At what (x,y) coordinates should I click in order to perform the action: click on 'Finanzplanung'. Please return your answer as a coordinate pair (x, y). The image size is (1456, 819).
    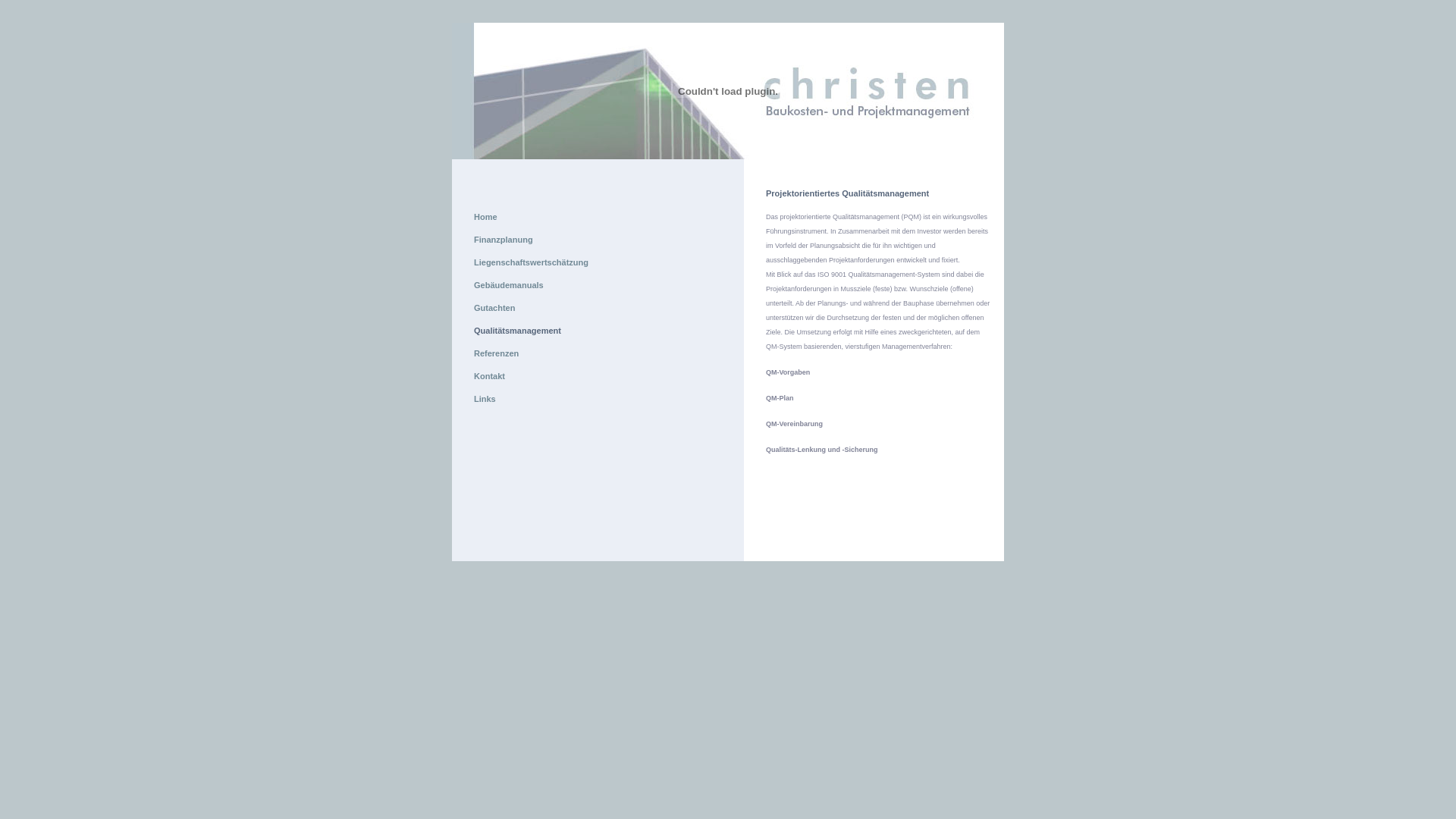
    Looking at the image, I should click on (503, 239).